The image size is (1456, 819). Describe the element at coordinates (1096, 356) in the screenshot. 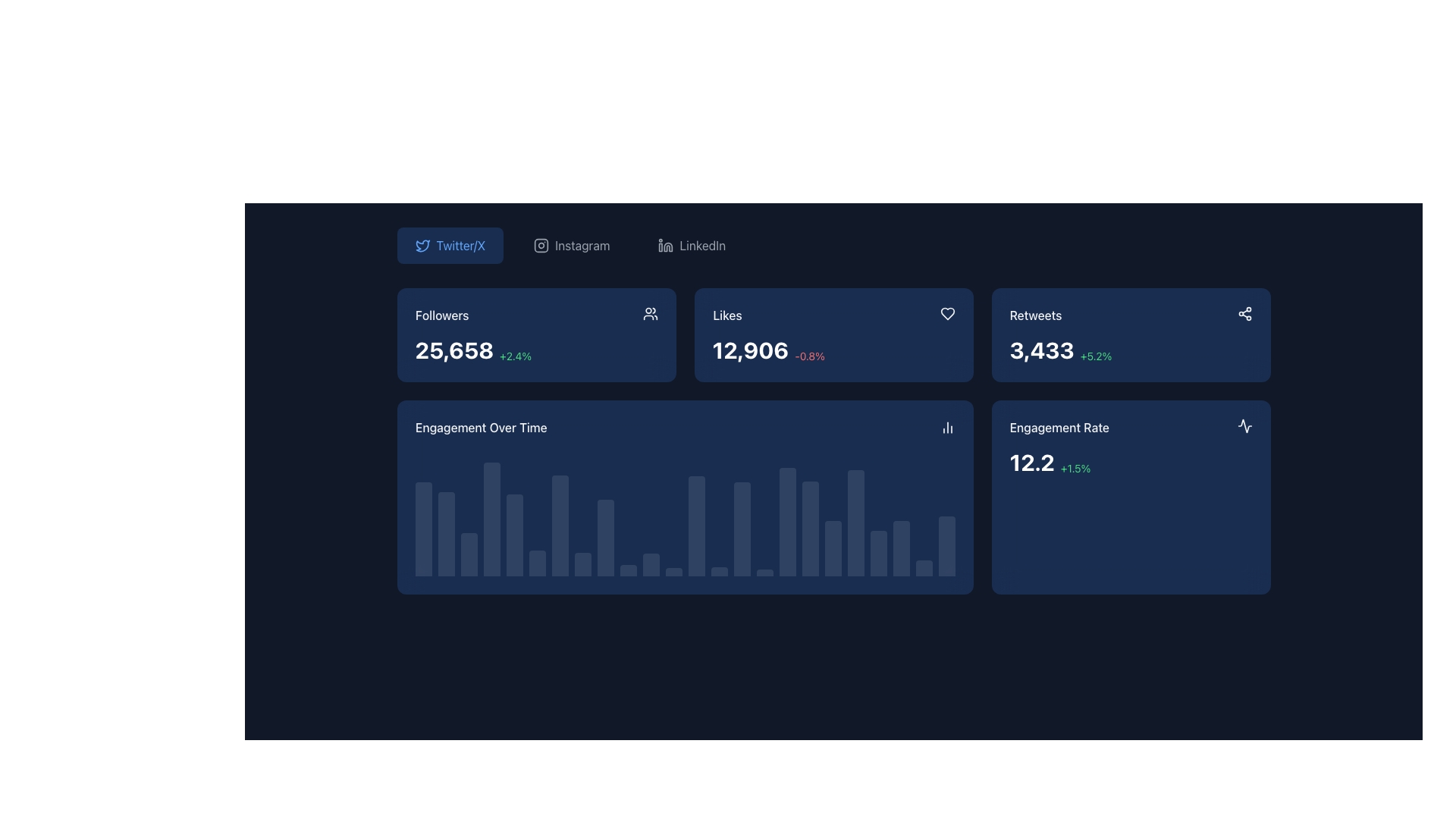

I see `positive change percentage of 5.2% from the Text label indicating an increase in the 'Retweets' statistic, located to the right of '3,433' in the top-right card-like section` at that location.